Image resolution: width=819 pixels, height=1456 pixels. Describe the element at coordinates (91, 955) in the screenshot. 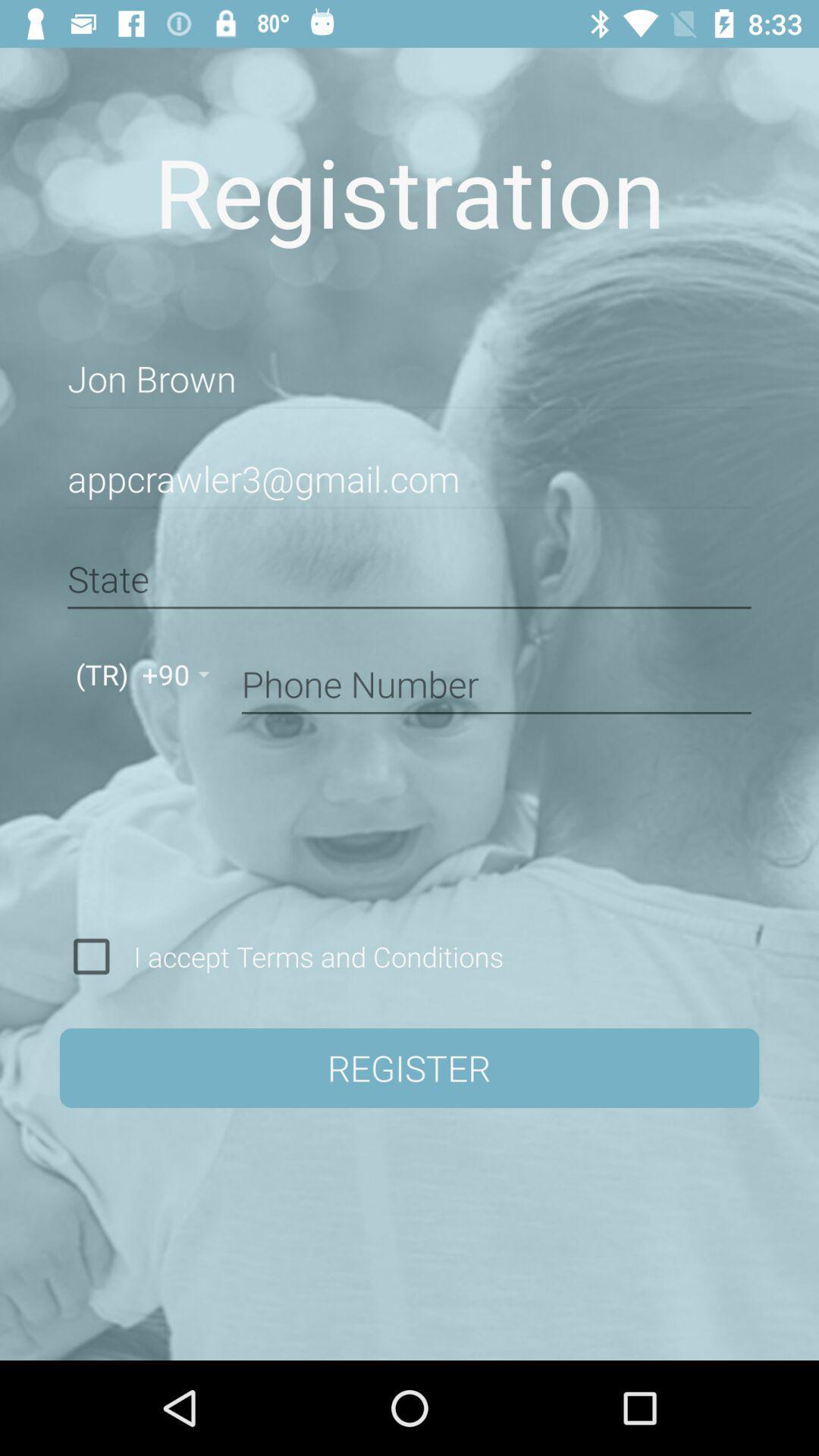

I see `the icon below the (tr)  +90 icon` at that location.